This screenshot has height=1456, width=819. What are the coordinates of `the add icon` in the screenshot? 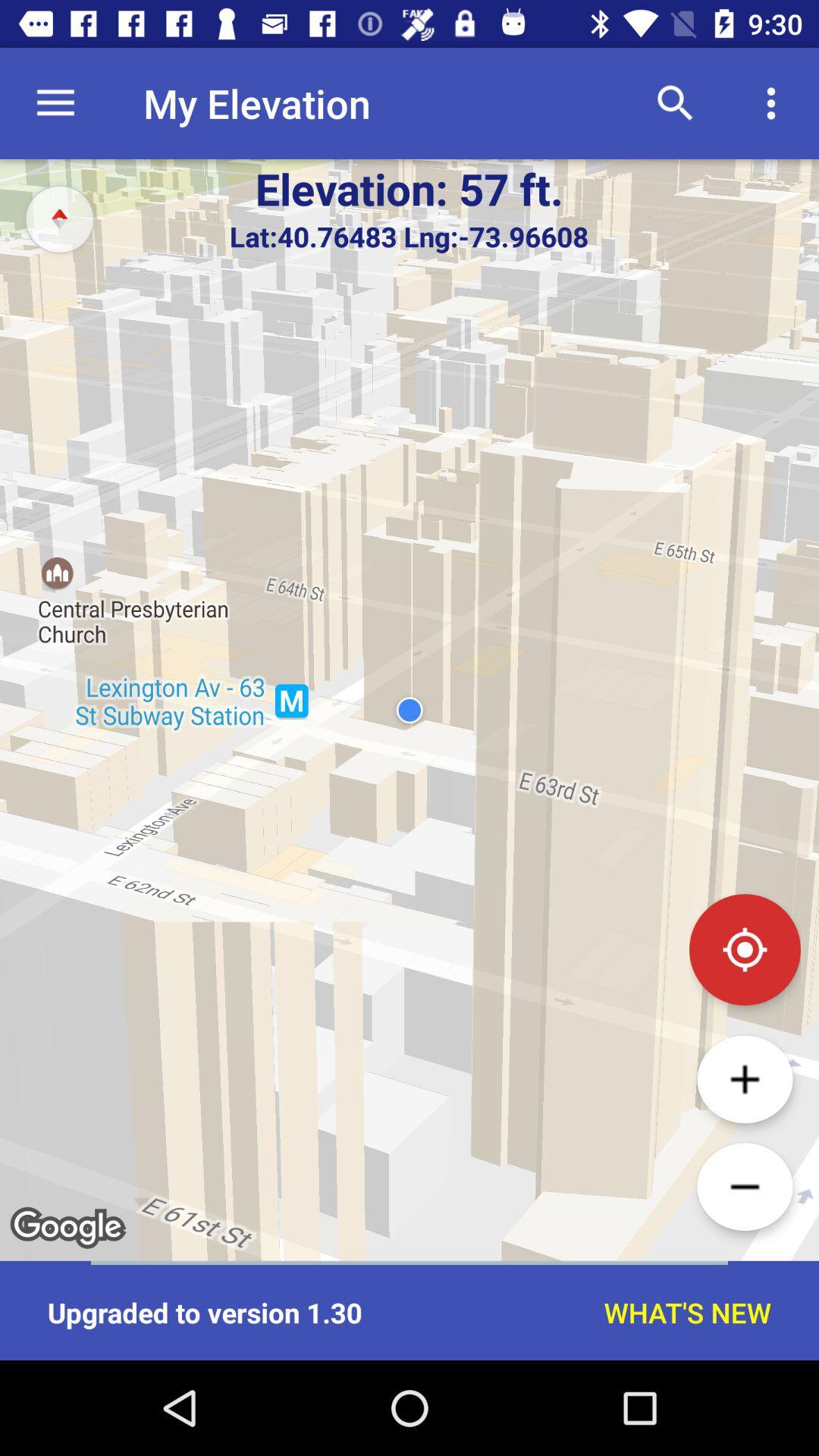 It's located at (744, 1078).